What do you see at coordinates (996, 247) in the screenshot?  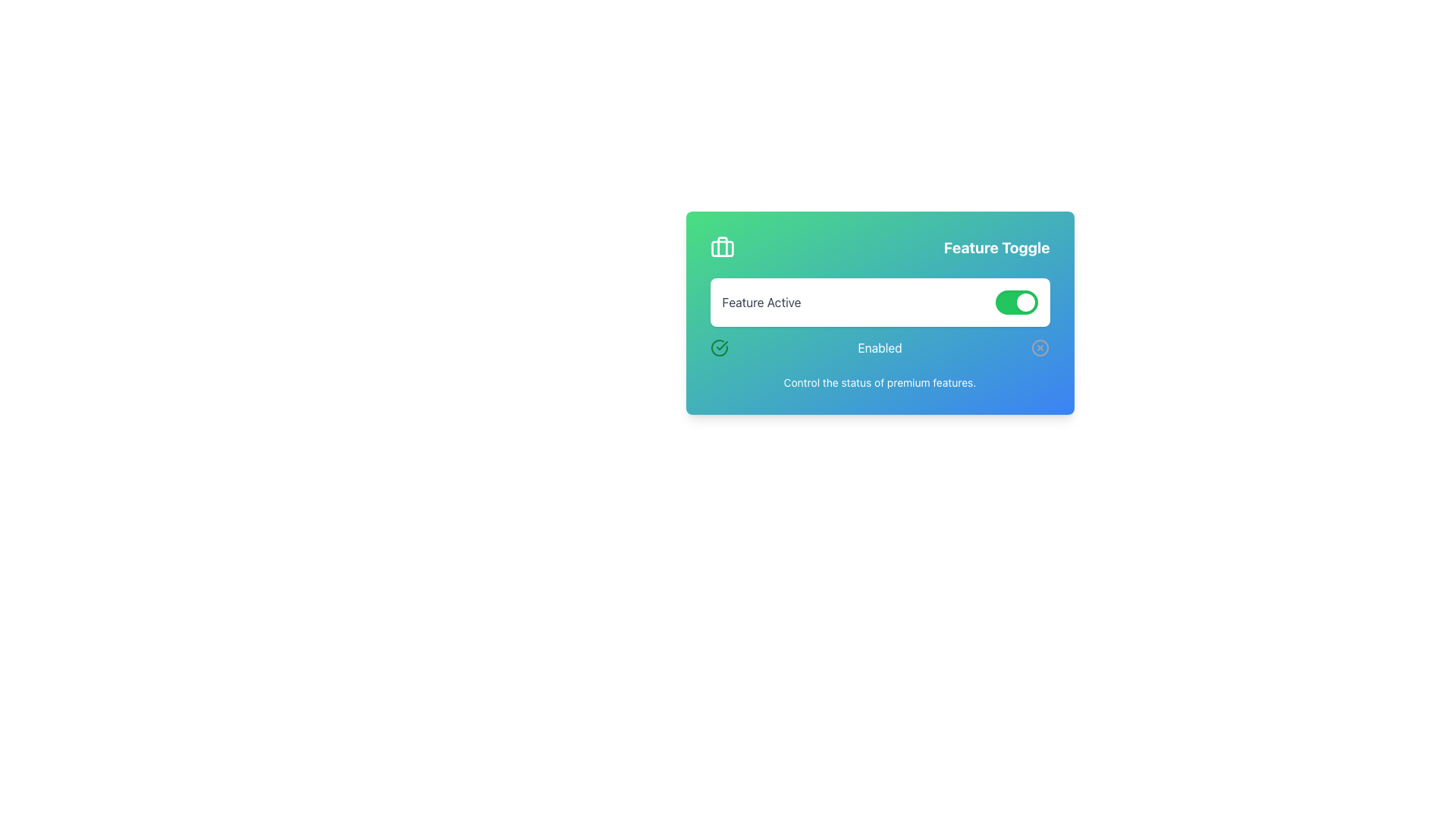 I see `the static text label displaying 'Feature Toggle', which indicates the purpose of the surrounding interface` at bounding box center [996, 247].